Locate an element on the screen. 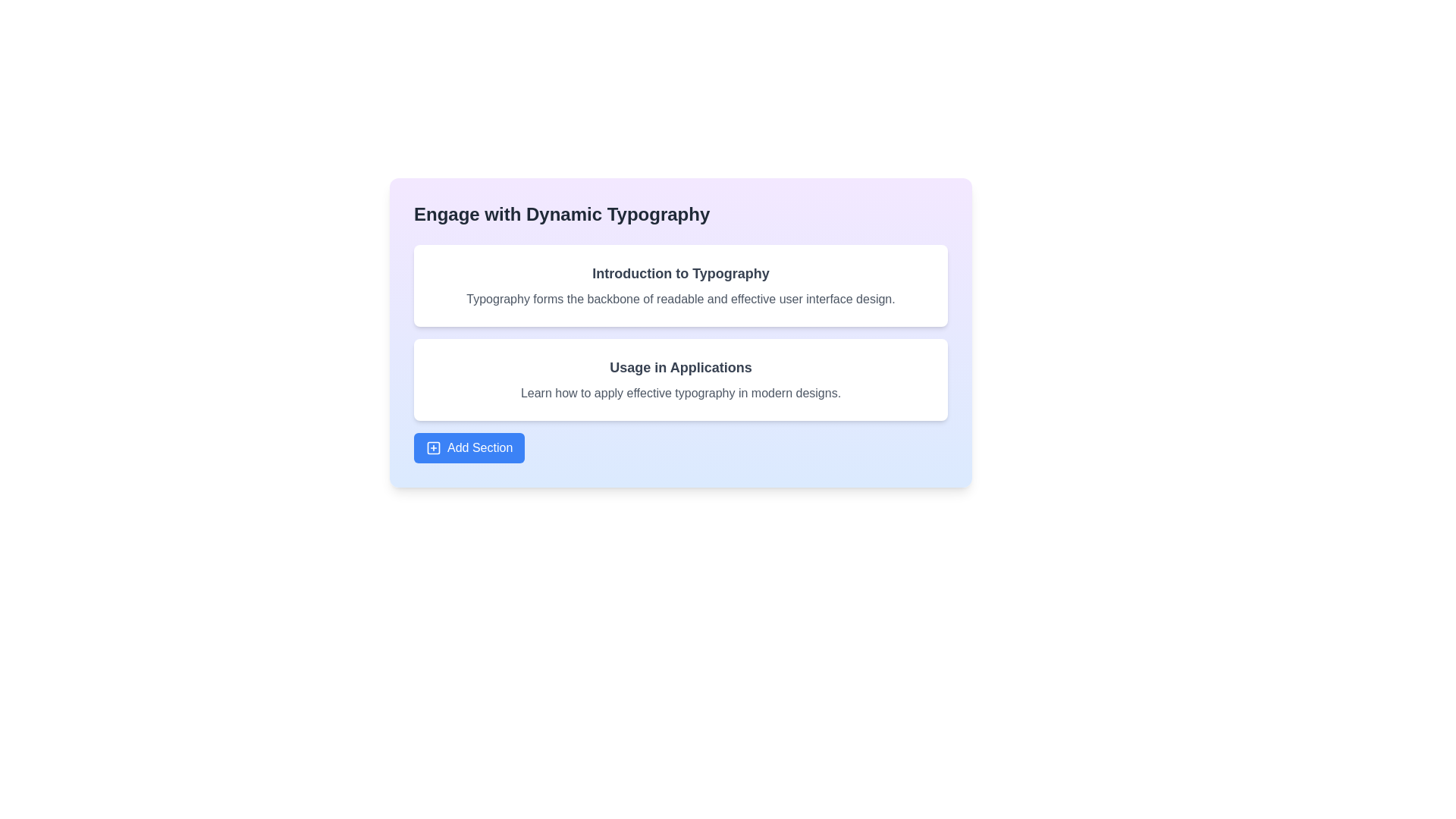 The width and height of the screenshot is (1456, 819). the styled text label that reads 'Engage with Dynamic Typography' to potentially reveal tooltips or further actions is located at coordinates (561, 214).